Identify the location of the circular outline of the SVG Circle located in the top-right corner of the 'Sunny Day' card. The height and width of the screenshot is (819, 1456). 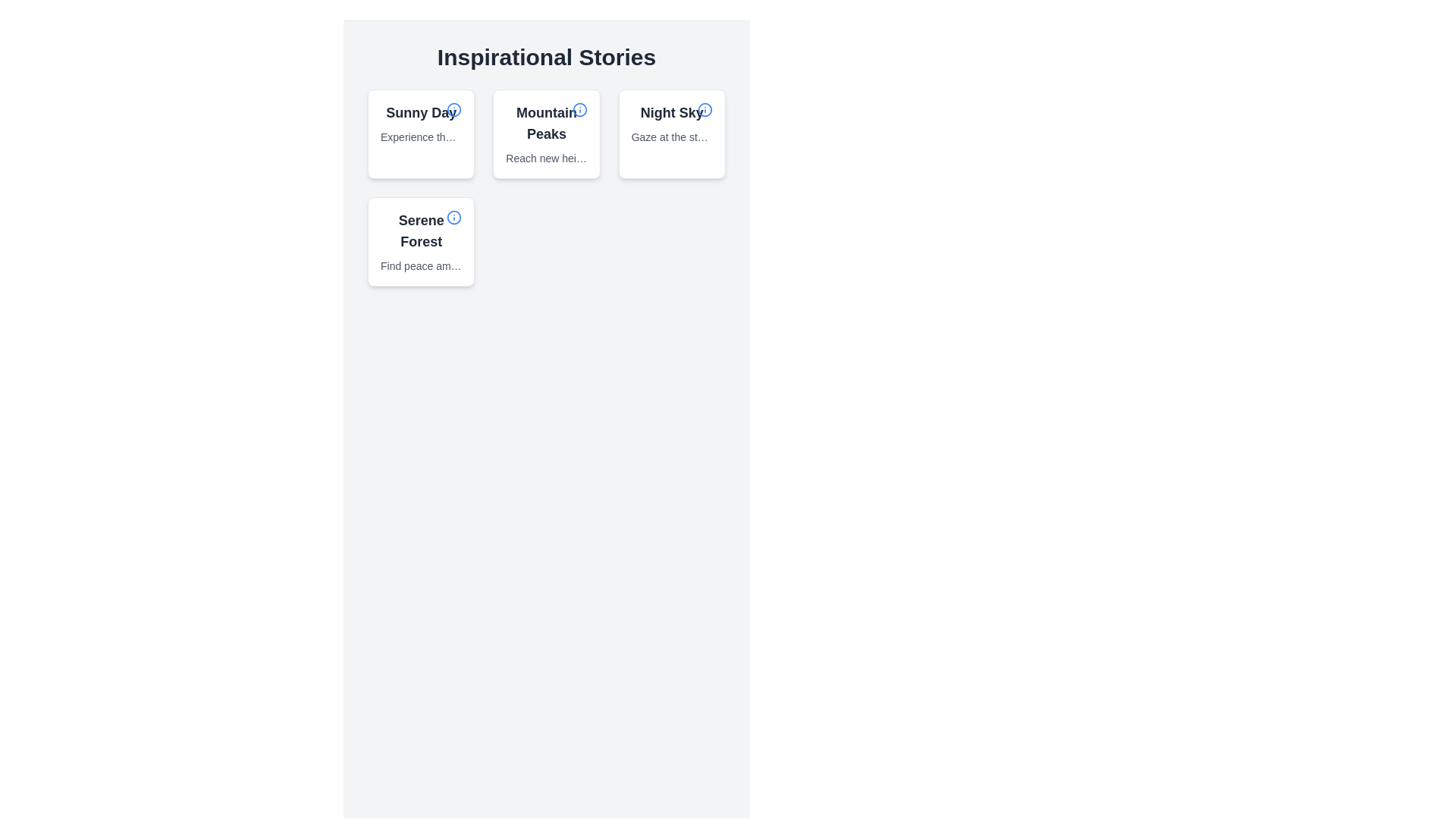
(453, 109).